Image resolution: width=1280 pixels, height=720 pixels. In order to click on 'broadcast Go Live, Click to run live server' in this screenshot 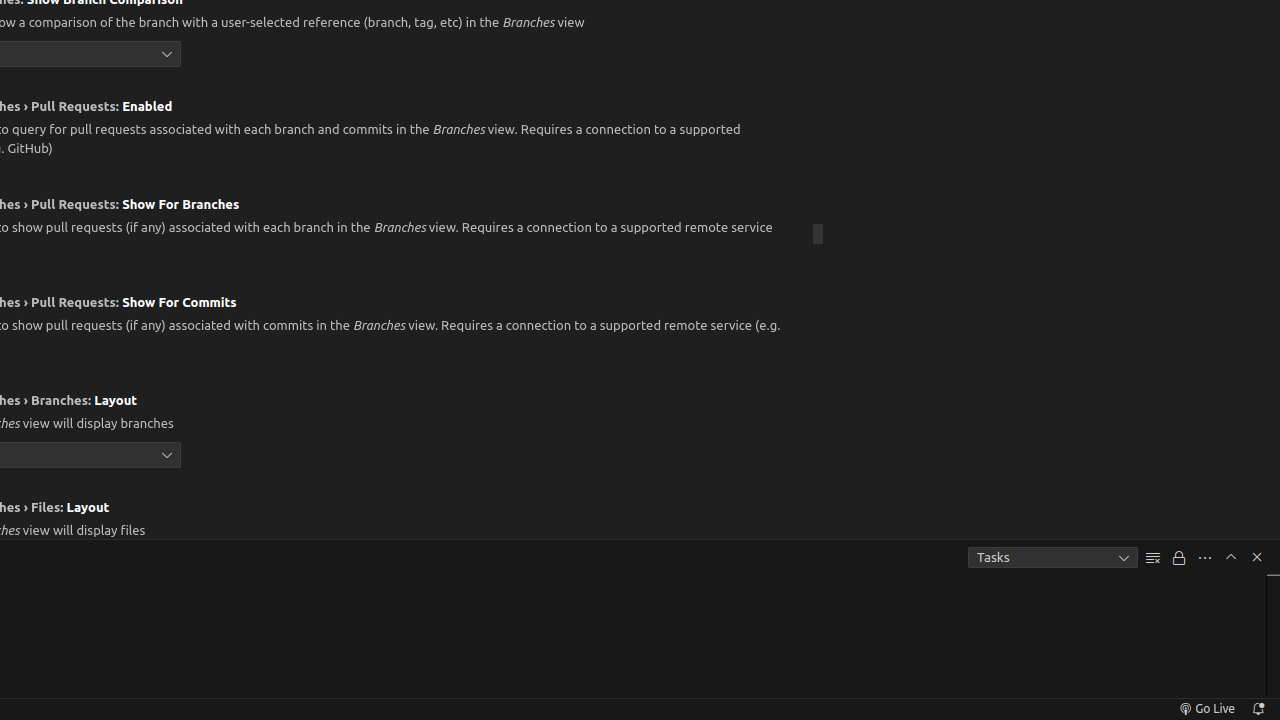, I will do `click(1205, 707)`.